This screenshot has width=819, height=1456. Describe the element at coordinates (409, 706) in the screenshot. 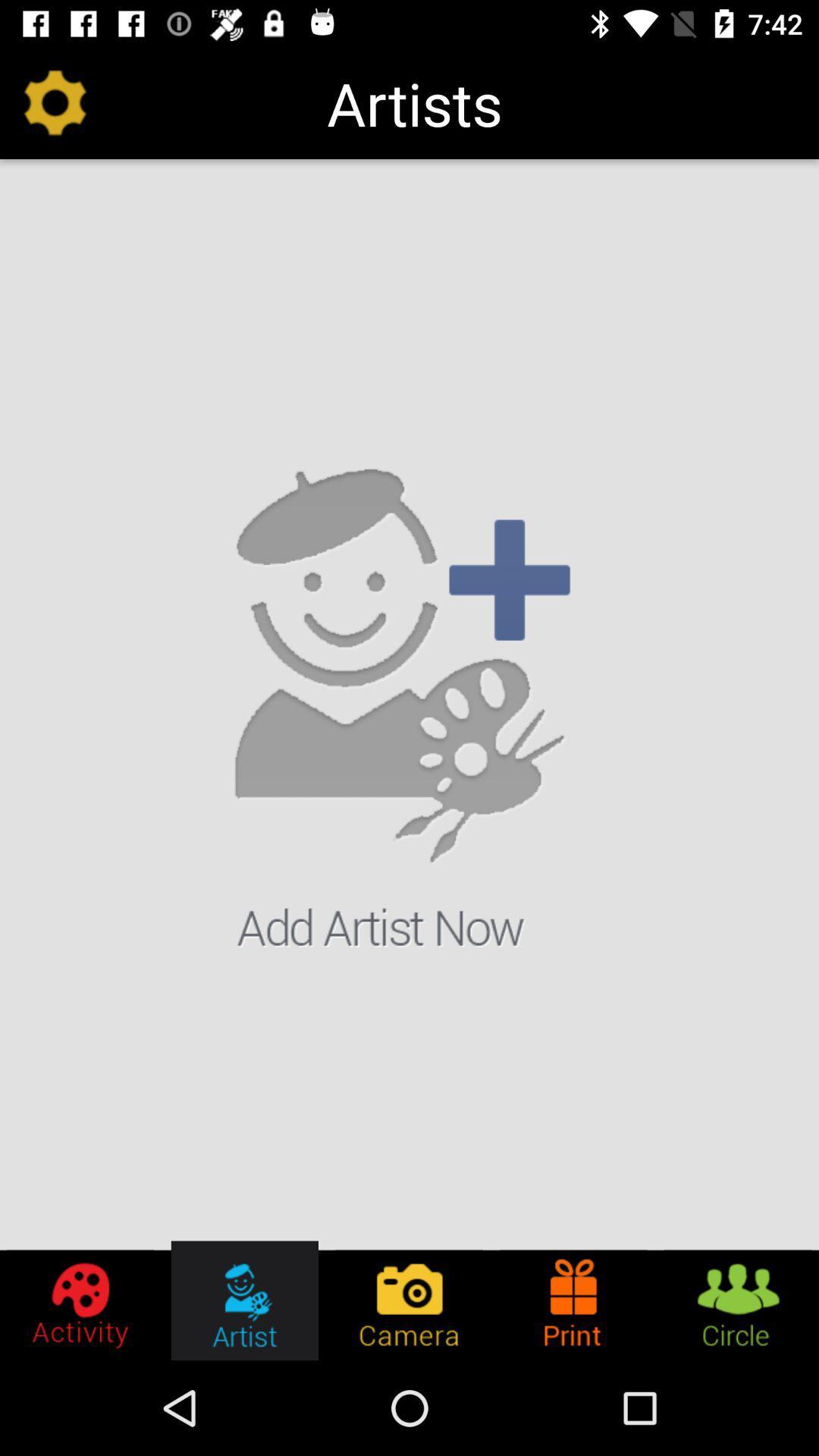

I see `icon at the center` at that location.